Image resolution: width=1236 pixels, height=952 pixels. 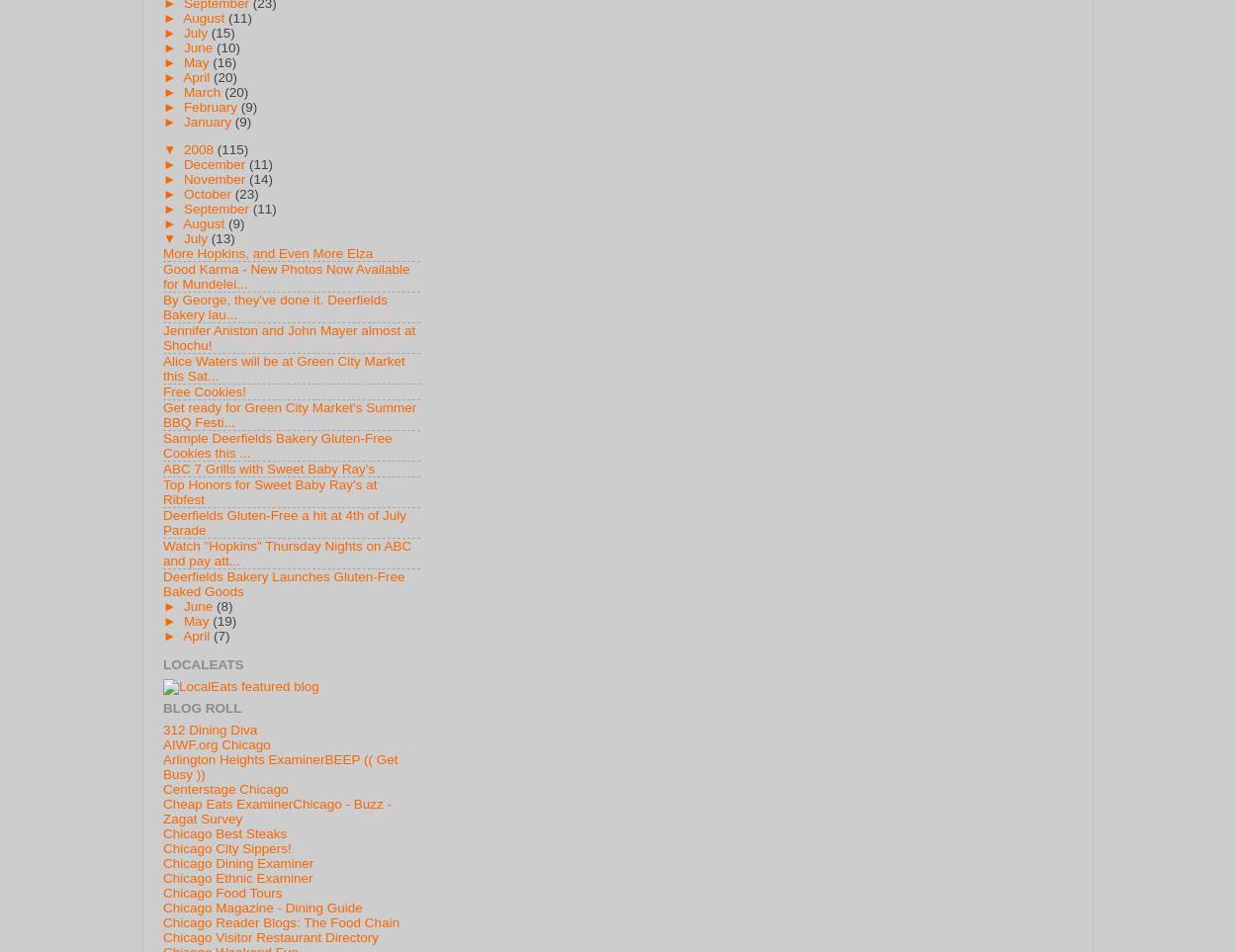 I want to click on '312 Dining Diva', so click(x=163, y=729).